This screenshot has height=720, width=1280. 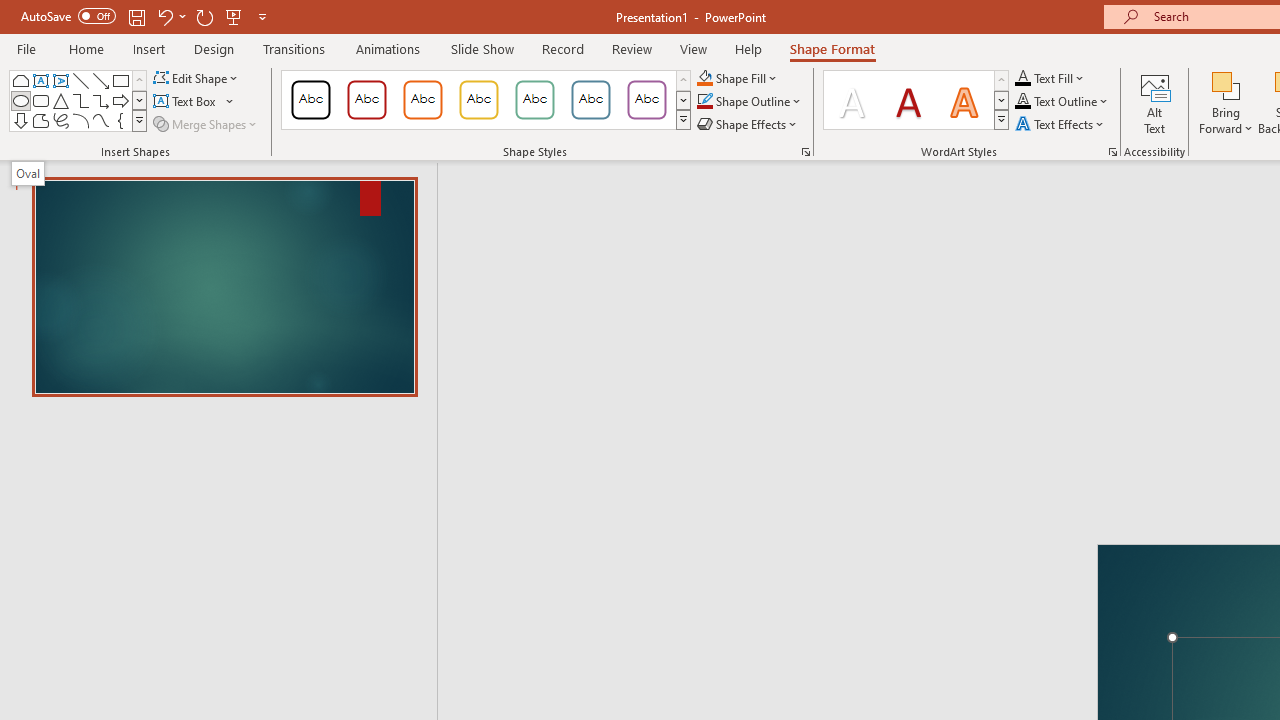 What do you see at coordinates (60, 80) in the screenshot?
I see `'Vertical Text Box'` at bounding box center [60, 80].